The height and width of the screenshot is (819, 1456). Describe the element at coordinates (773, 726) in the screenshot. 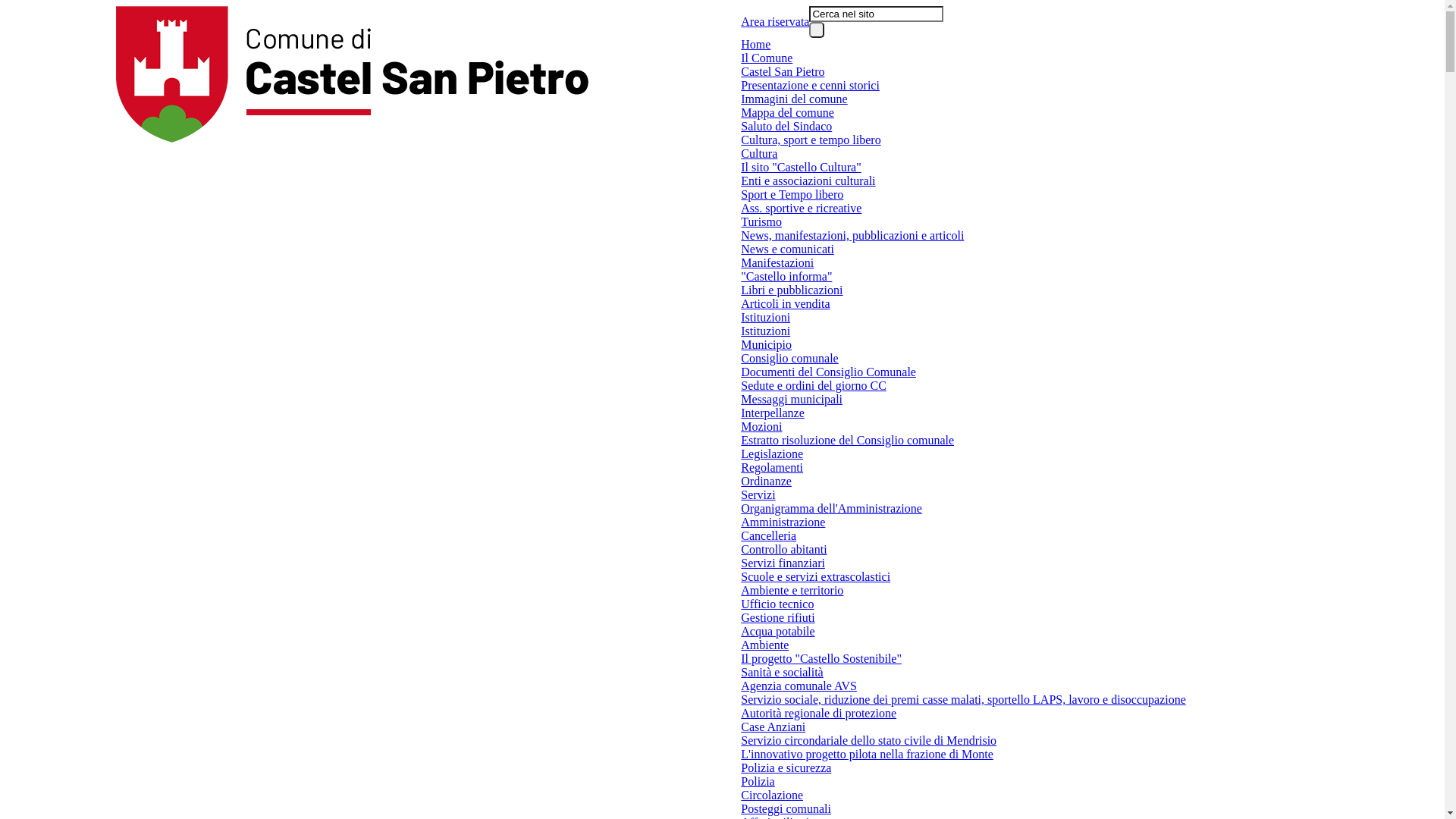

I see `'Case Anziani'` at that location.